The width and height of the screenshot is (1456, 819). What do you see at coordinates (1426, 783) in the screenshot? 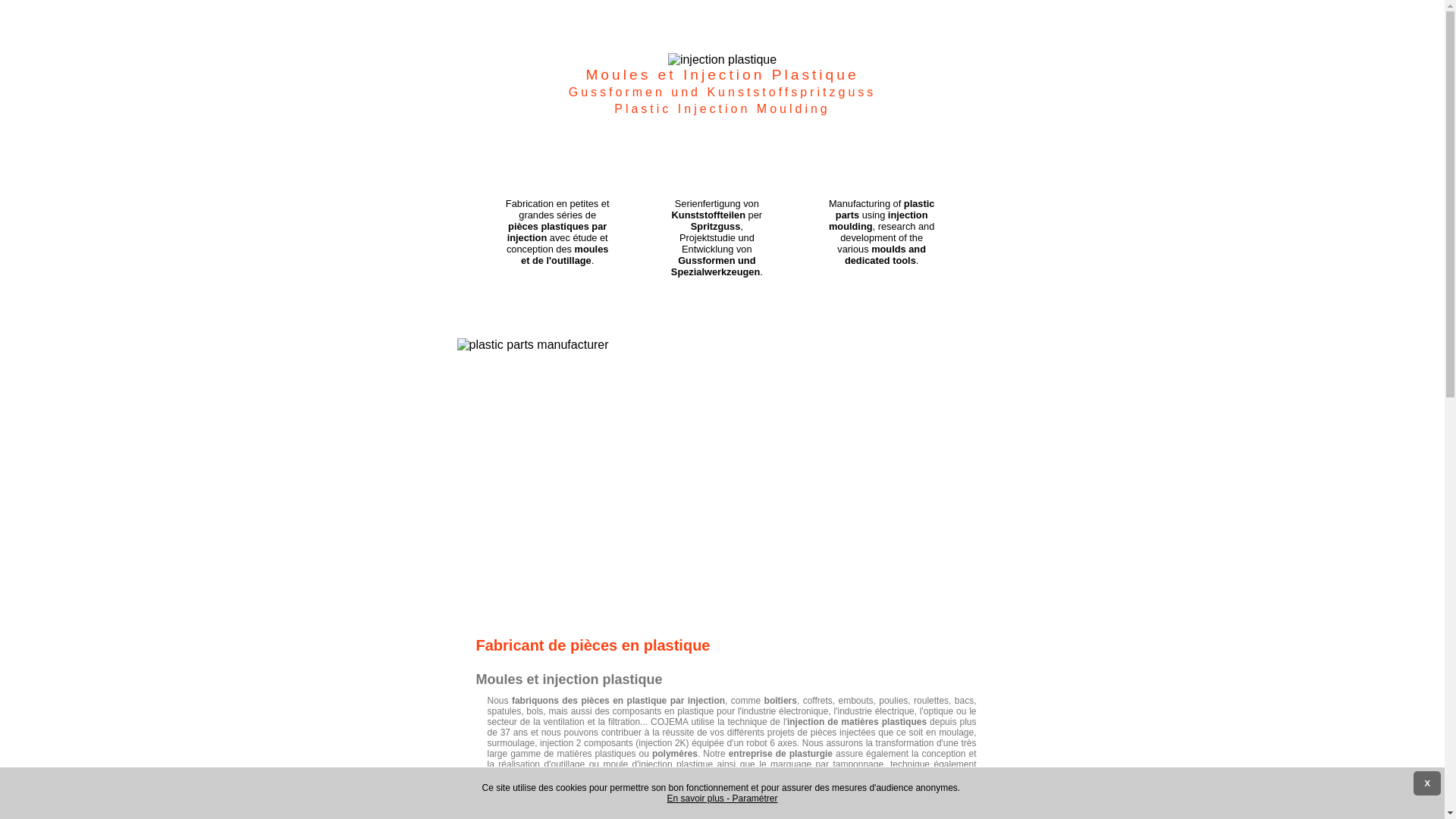
I see `'X'` at bounding box center [1426, 783].